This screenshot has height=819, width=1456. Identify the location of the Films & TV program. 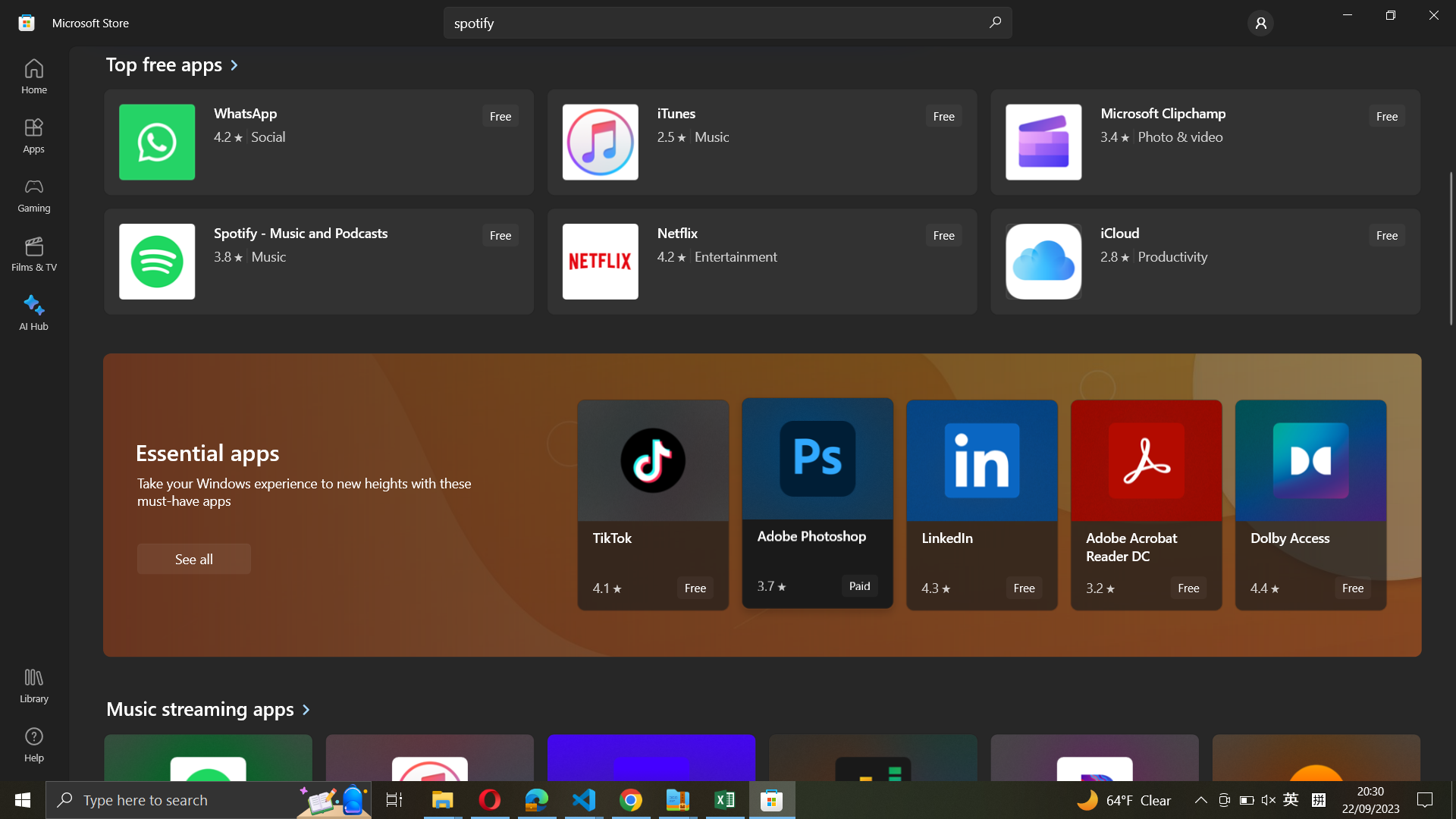
(36, 252).